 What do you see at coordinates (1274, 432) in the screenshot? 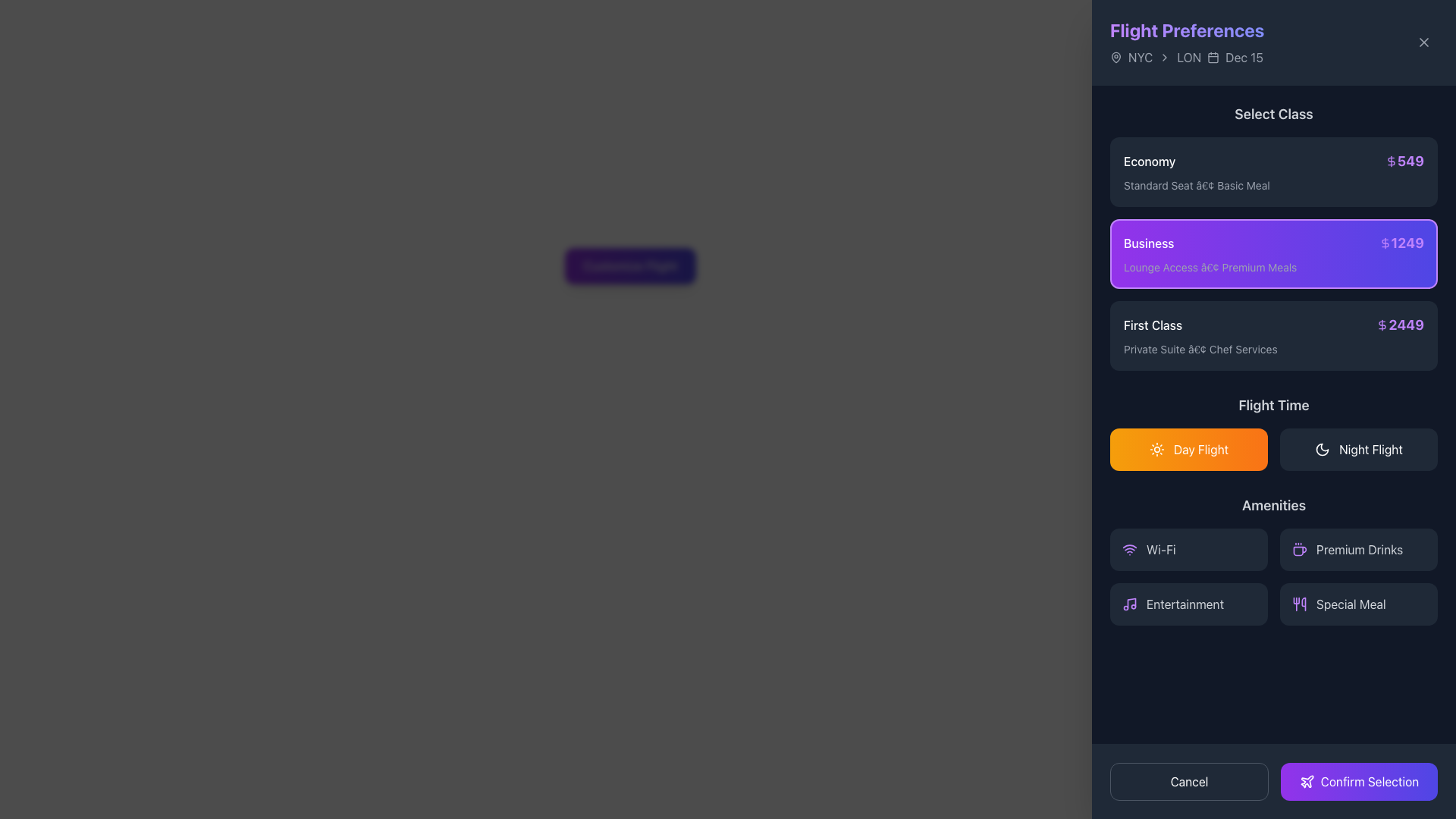
I see `the 'Day Flight' button in the 'Flight Time' section` at bounding box center [1274, 432].